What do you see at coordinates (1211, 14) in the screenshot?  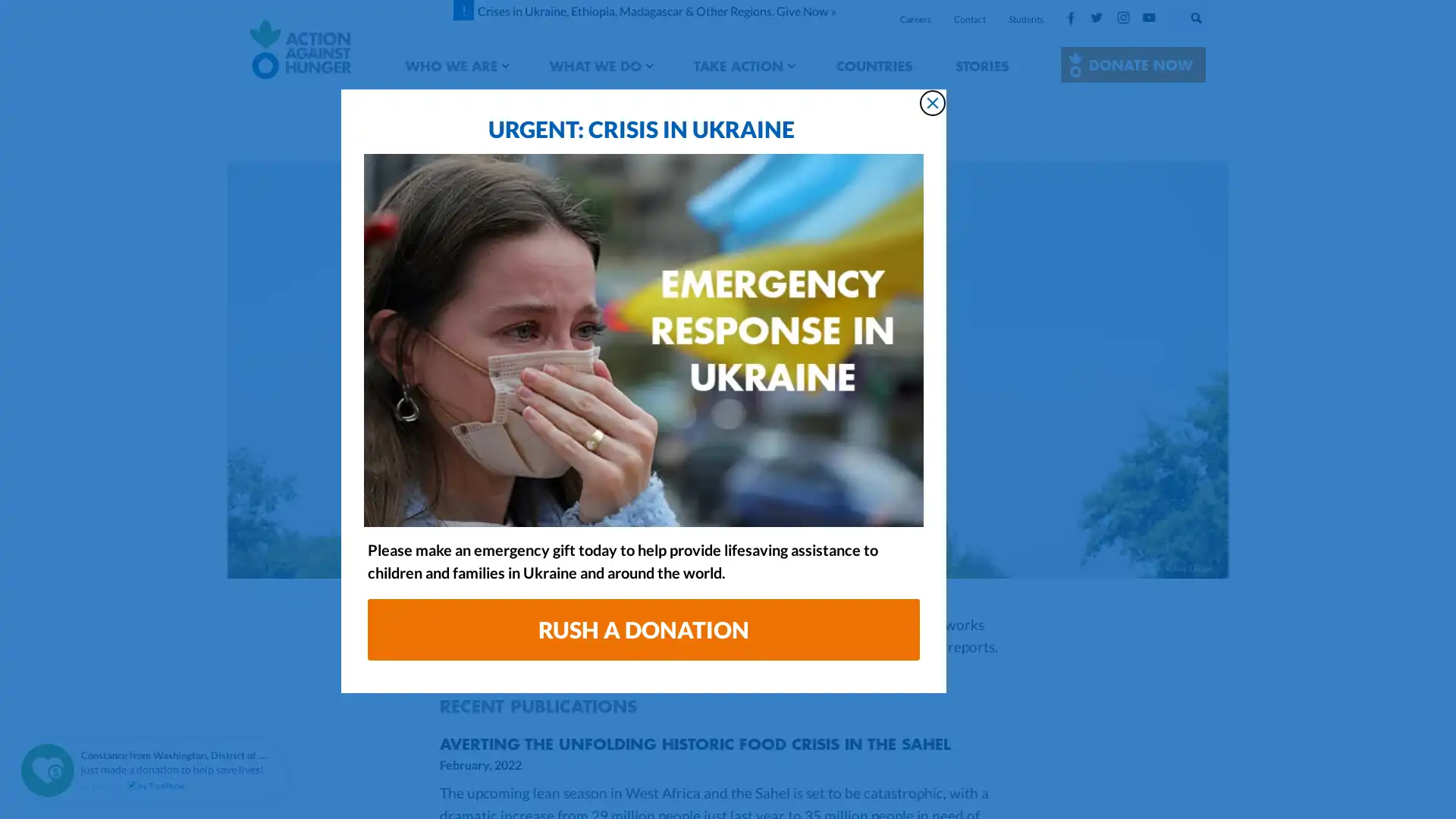 I see `Search` at bounding box center [1211, 14].